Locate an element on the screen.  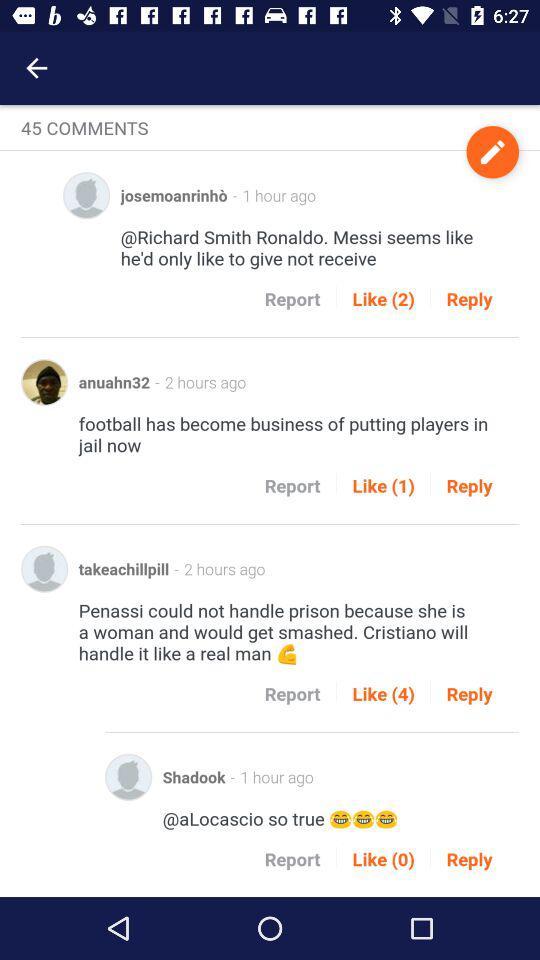
like (1) icon is located at coordinates (383, 484).